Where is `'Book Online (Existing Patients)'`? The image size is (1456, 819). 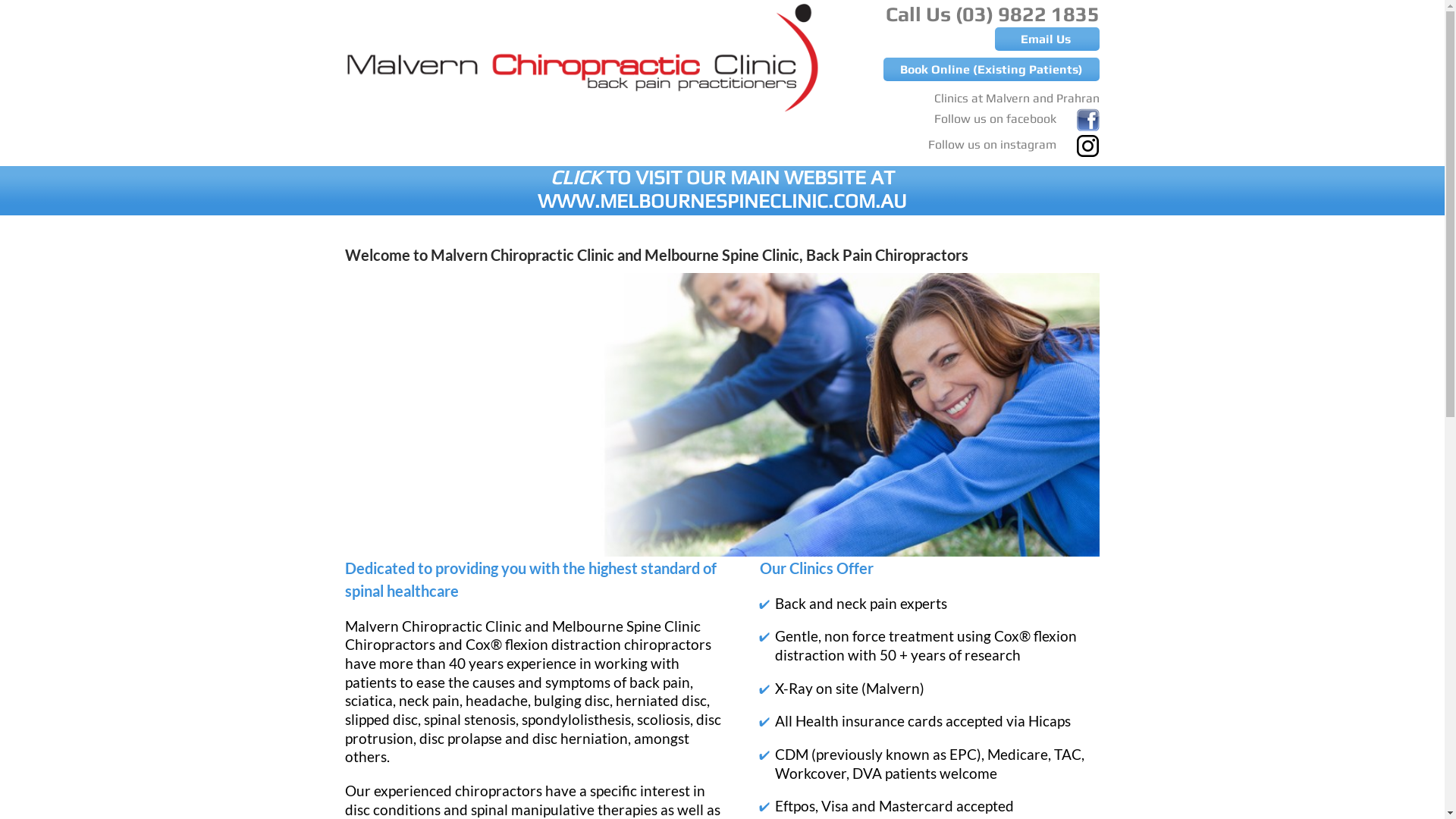 'Book Online (Existing Patients)' is located at coordinates (991, 69).